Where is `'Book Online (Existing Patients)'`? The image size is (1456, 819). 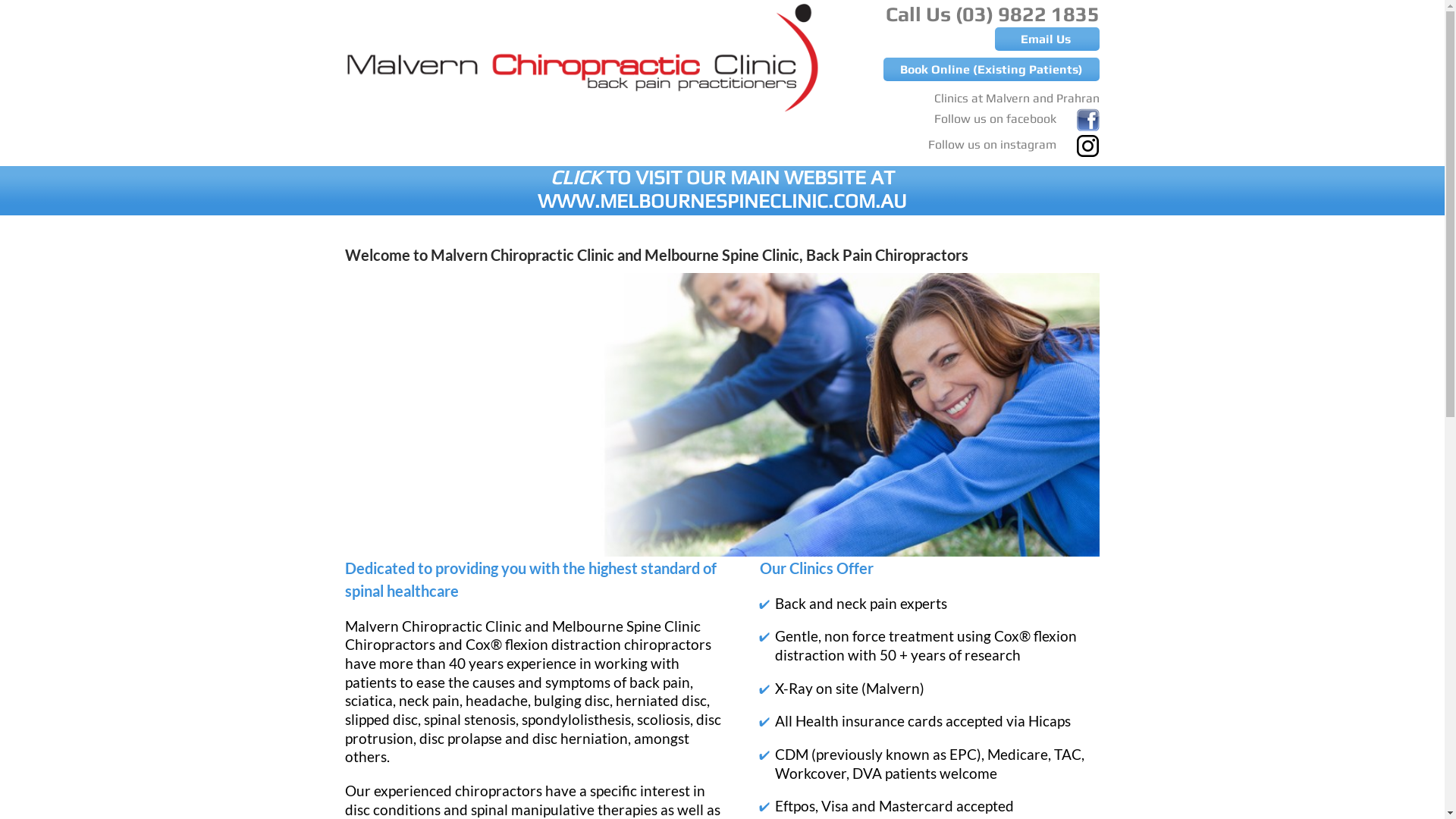 'Book Online (Existing Patients)' is located at coordinates (991, 69).